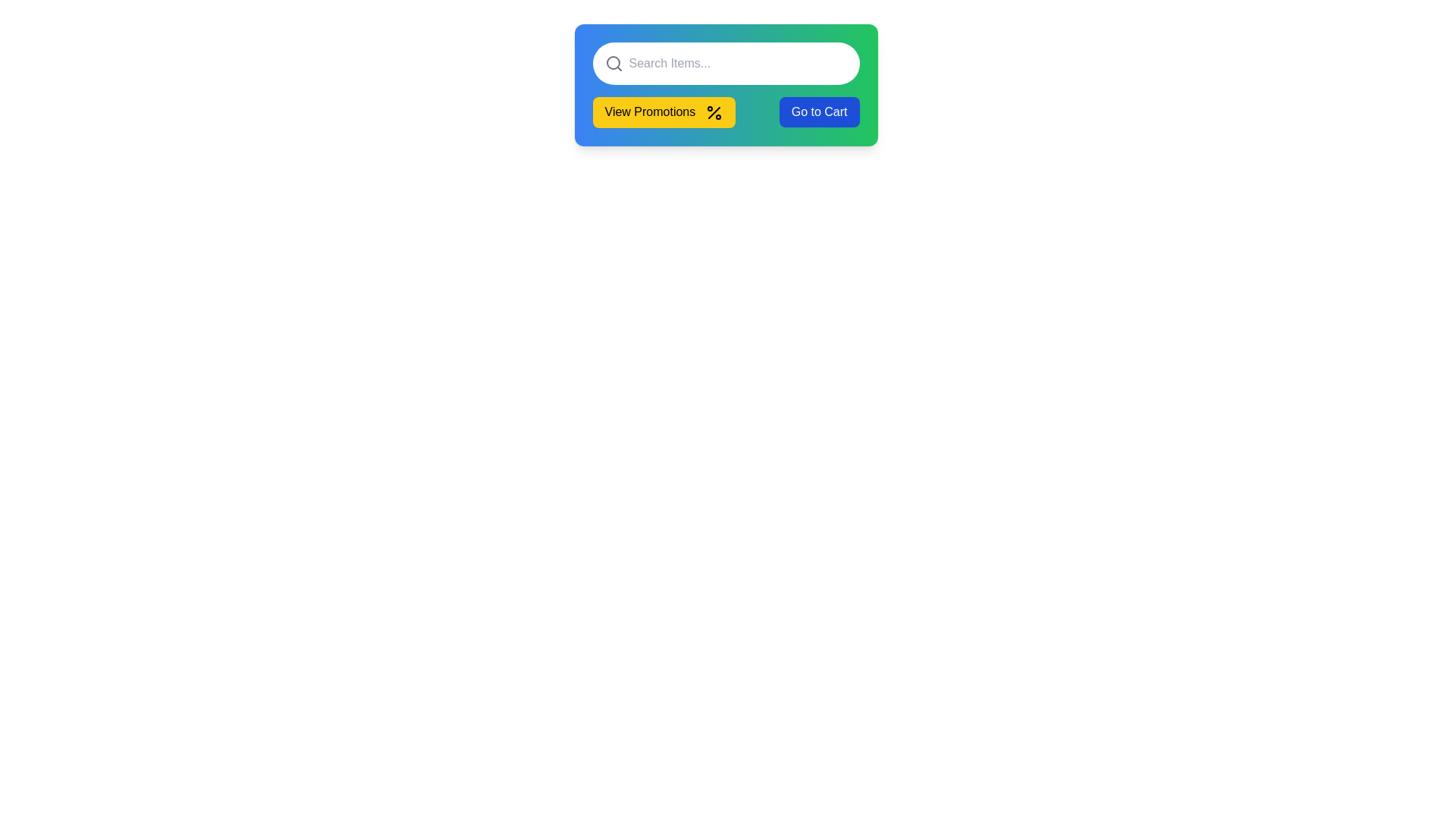 This screenshot has height=819, width=1456. Describe the element at coordinates (613, 63) in the screenshot. I see `the search icon located on the left side of the search bar, adjacent to the placeholder text 'Search Items...'` at that location.